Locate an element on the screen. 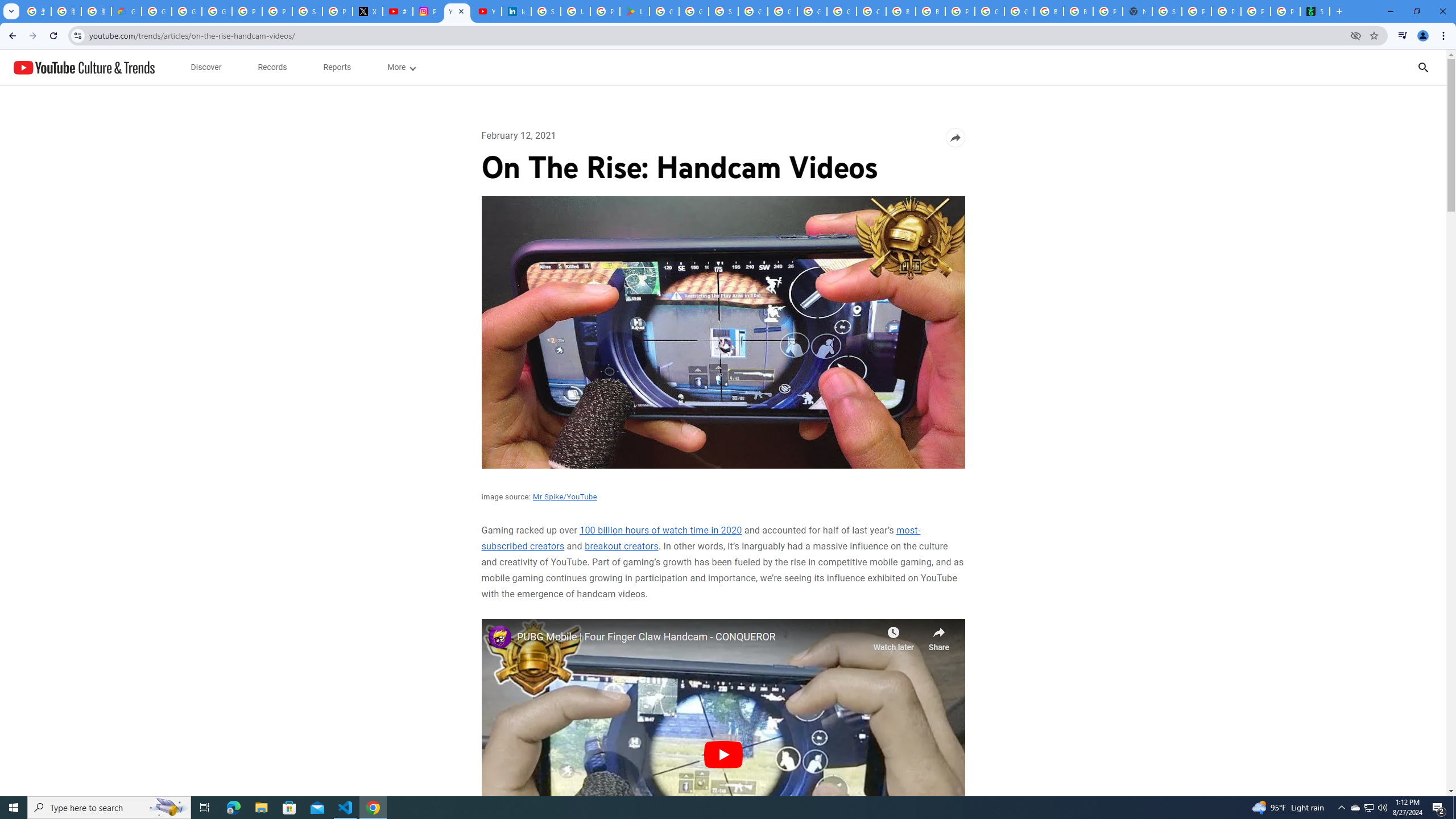  'Last Shelter: Survival - Apps on Google Play' is located at coordinates (635, 11).